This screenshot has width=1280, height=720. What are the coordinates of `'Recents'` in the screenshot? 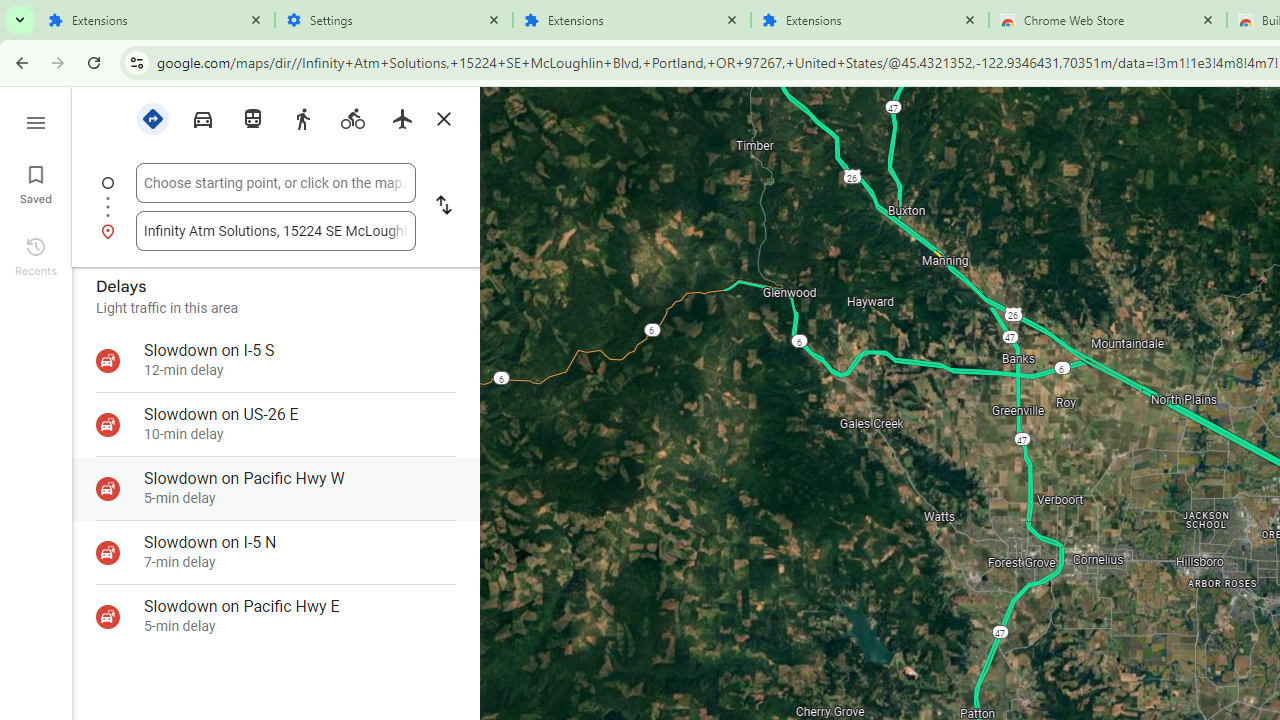 It's located at (35, 253).